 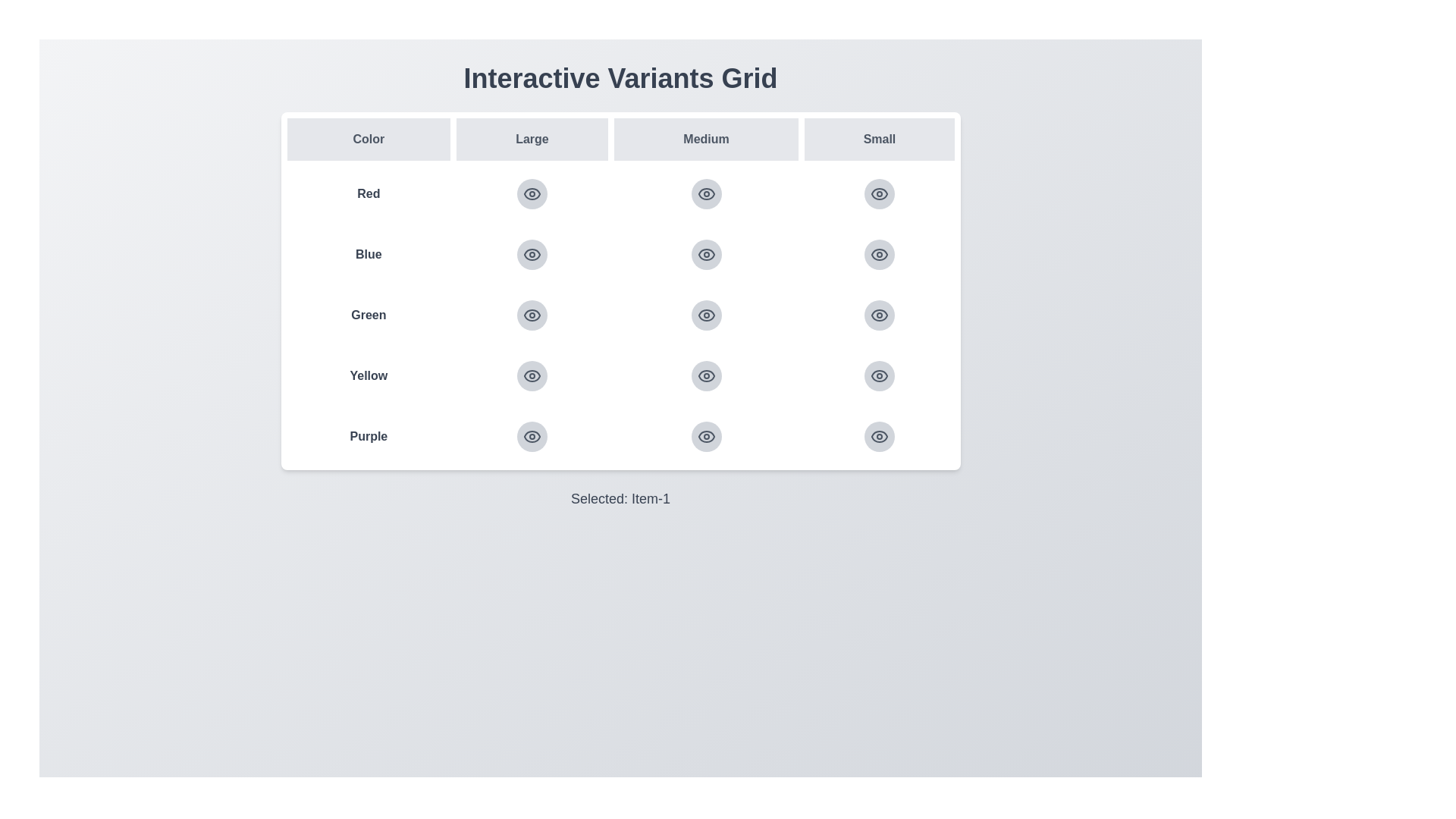 I want to click on the header labeled 'Small' which is the fourth column header in the grid layout, positioned at the top-right corner next to 'Medium', so click(x=880, y=140).